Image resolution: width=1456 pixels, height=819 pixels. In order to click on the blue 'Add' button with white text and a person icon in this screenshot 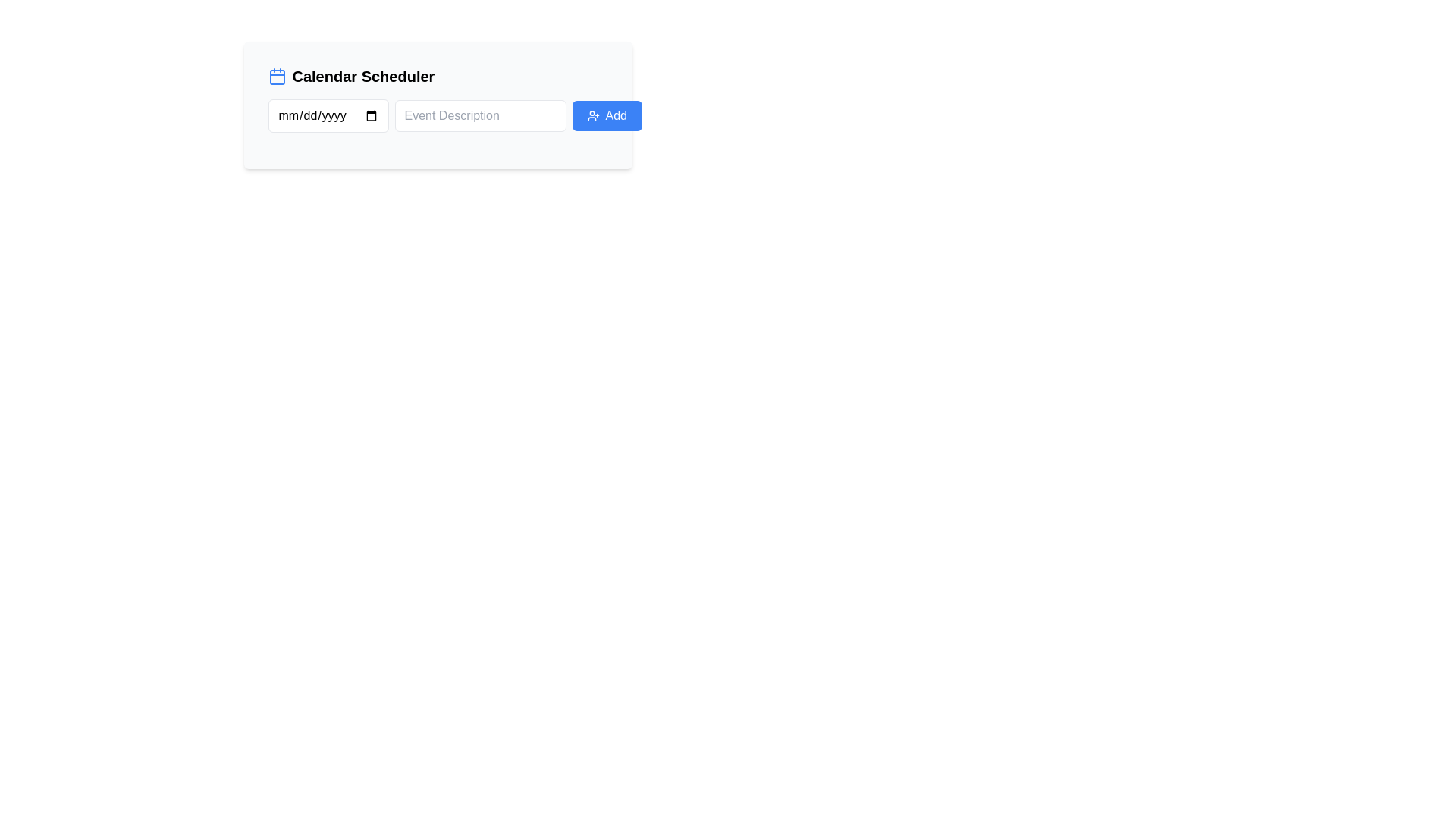, I will do `click(607, 115)`.